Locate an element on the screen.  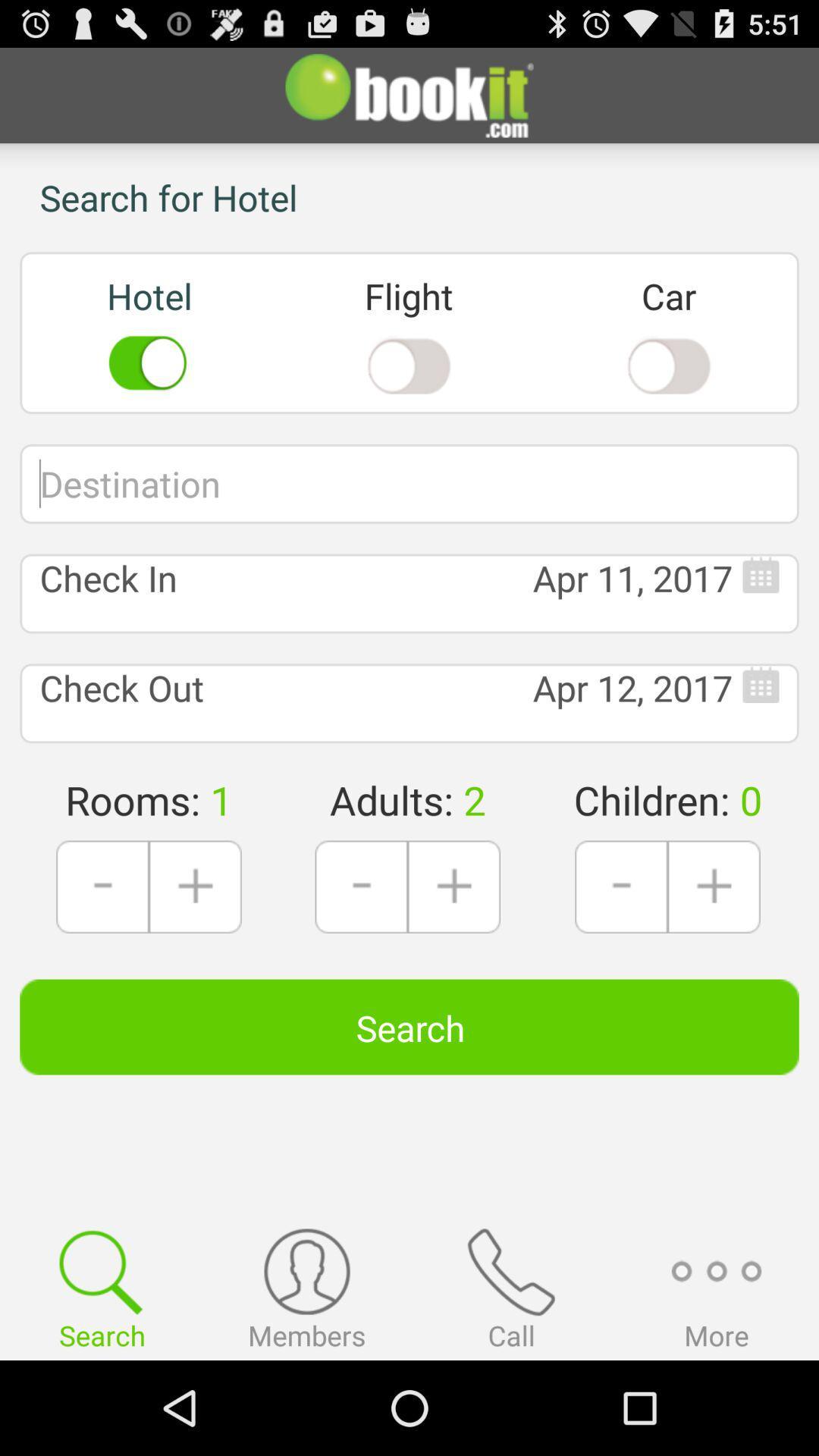
the add icon is located at coordinates (194, 948).